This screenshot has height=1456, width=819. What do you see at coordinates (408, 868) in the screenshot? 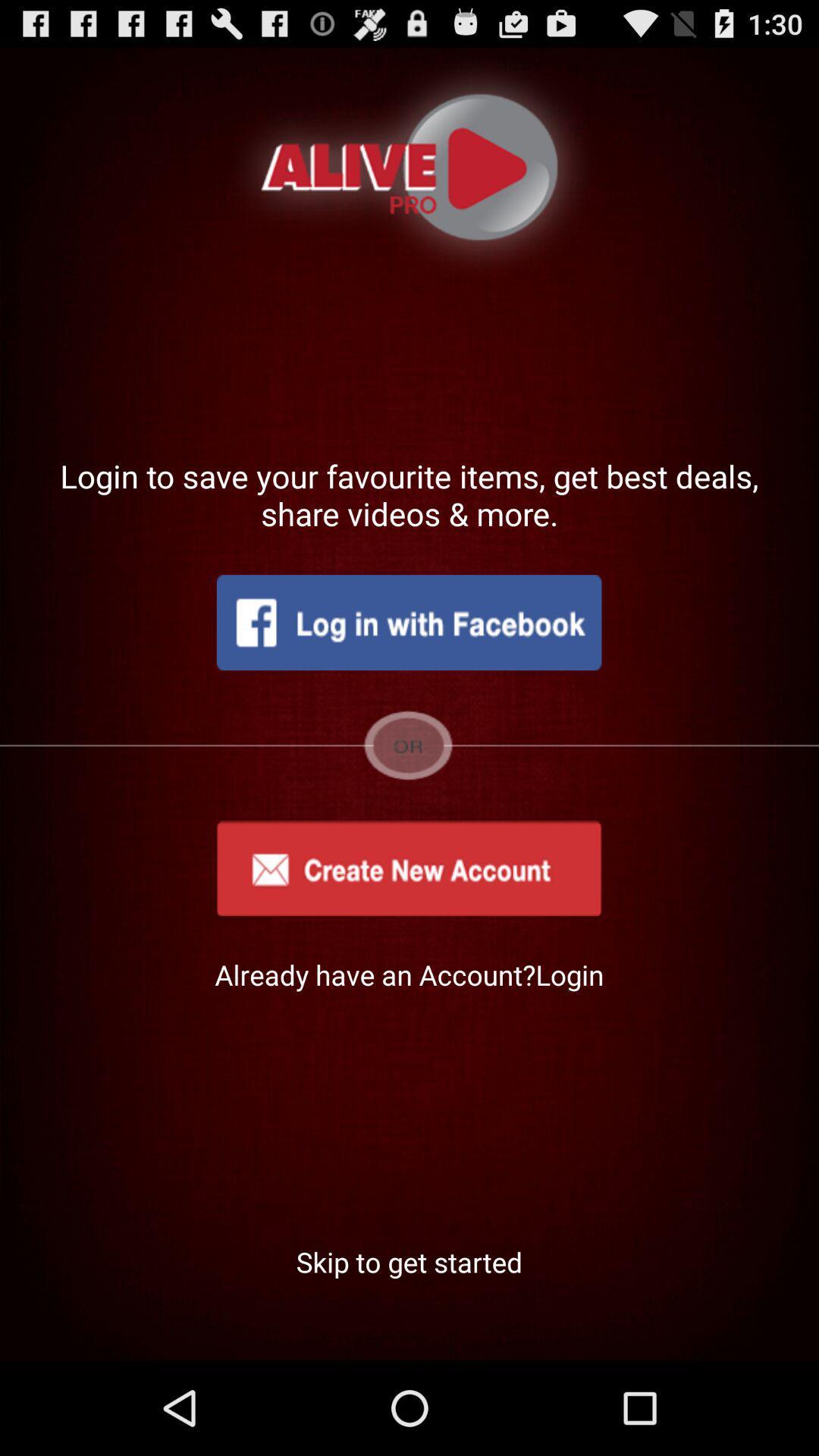
I see `new app account` at bounding box center [408, 868].